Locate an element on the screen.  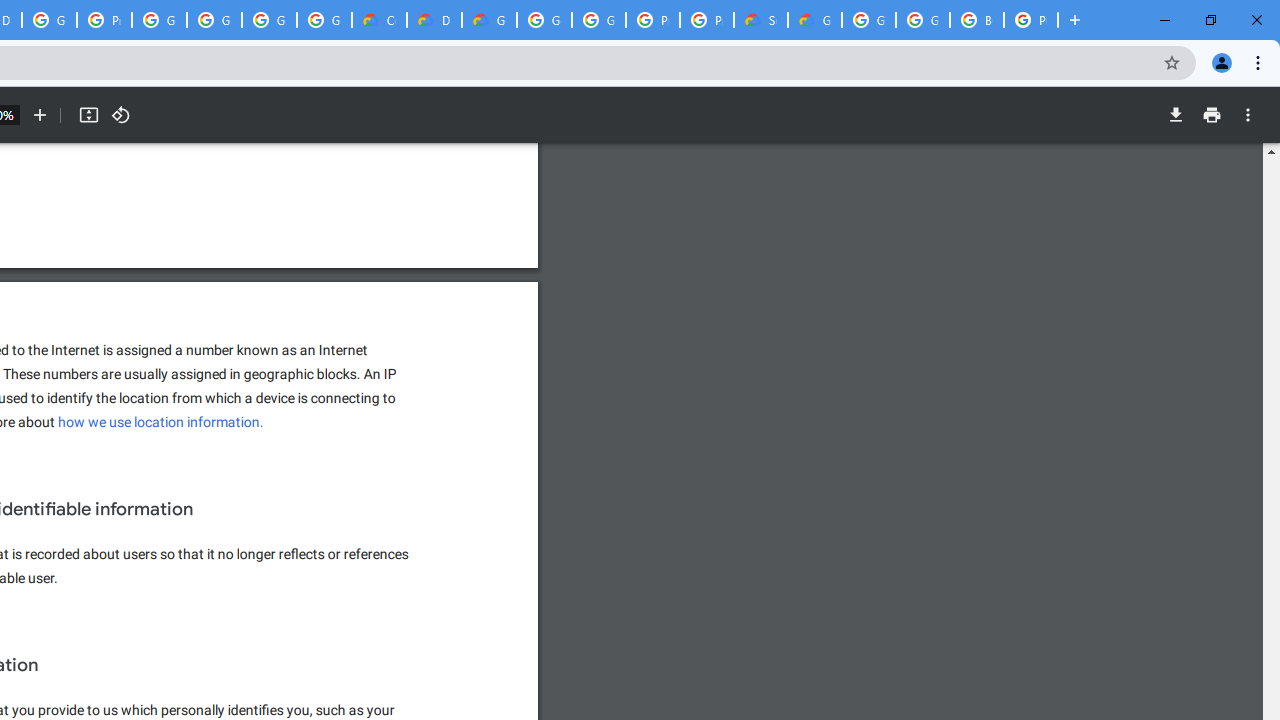
'Gemini for Business and Developers | Google Cloud' is located at coordinates (489, 20).